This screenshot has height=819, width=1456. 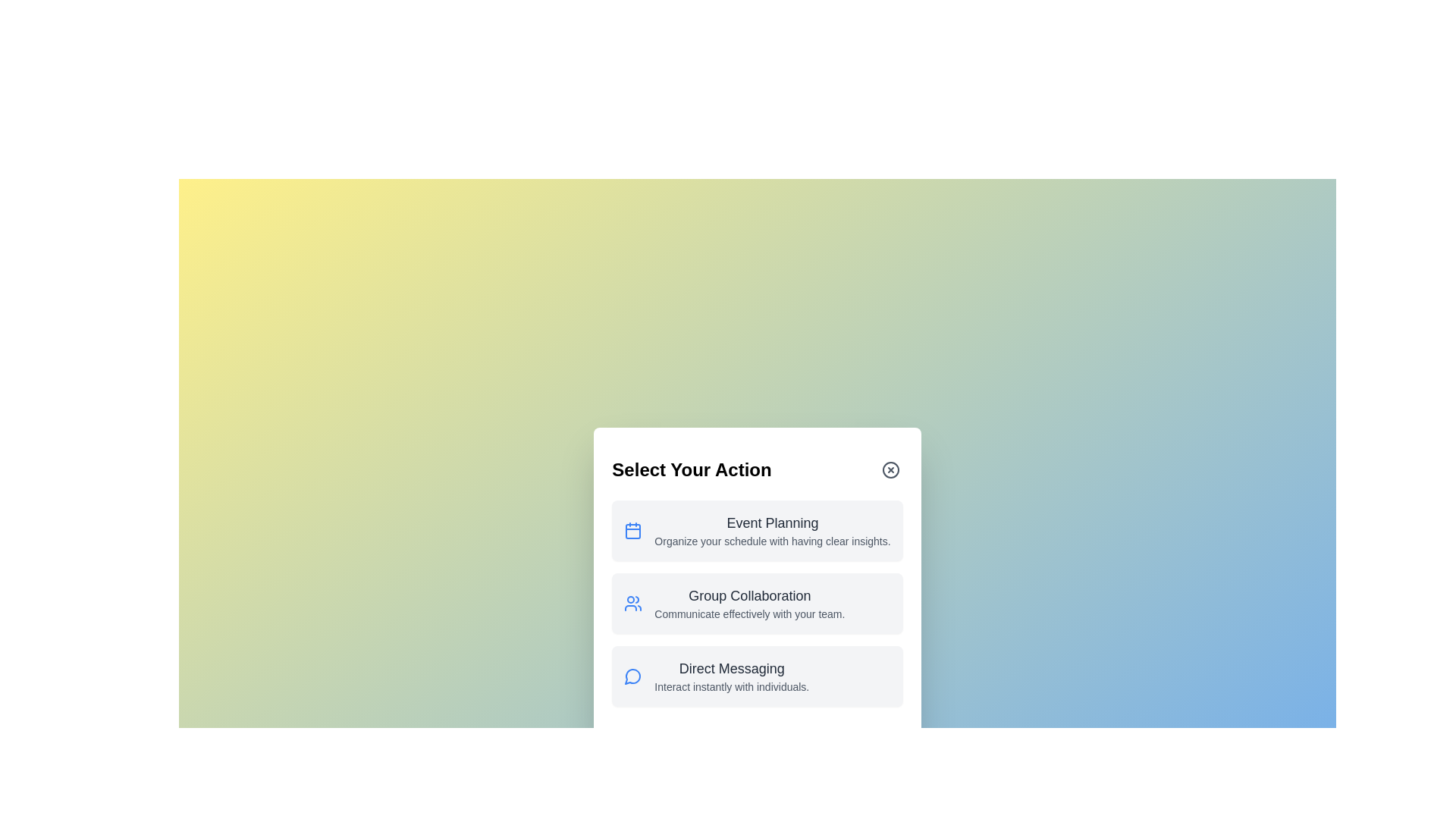 What do you see at coordinates (890, 469) in the screenshot?
I see `the close button to close the dialog` at bounding box center [890, 469].